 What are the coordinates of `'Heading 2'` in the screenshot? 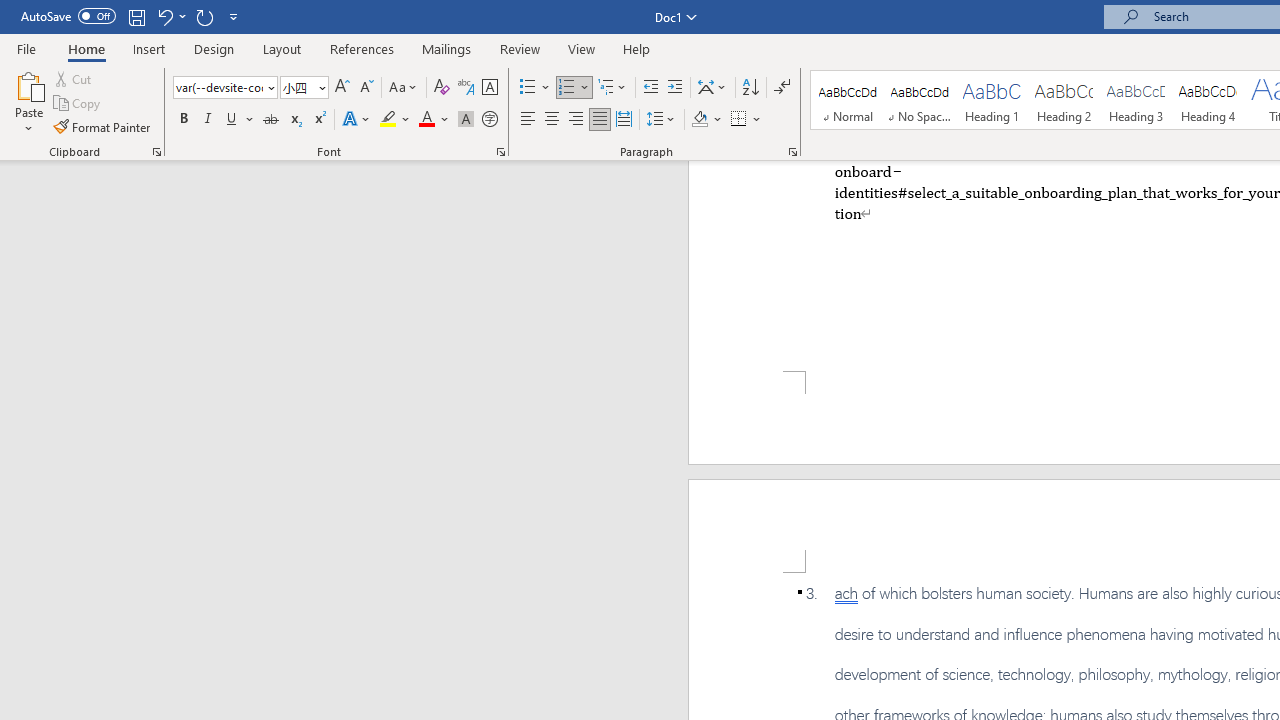 It's located at (1062, 100).